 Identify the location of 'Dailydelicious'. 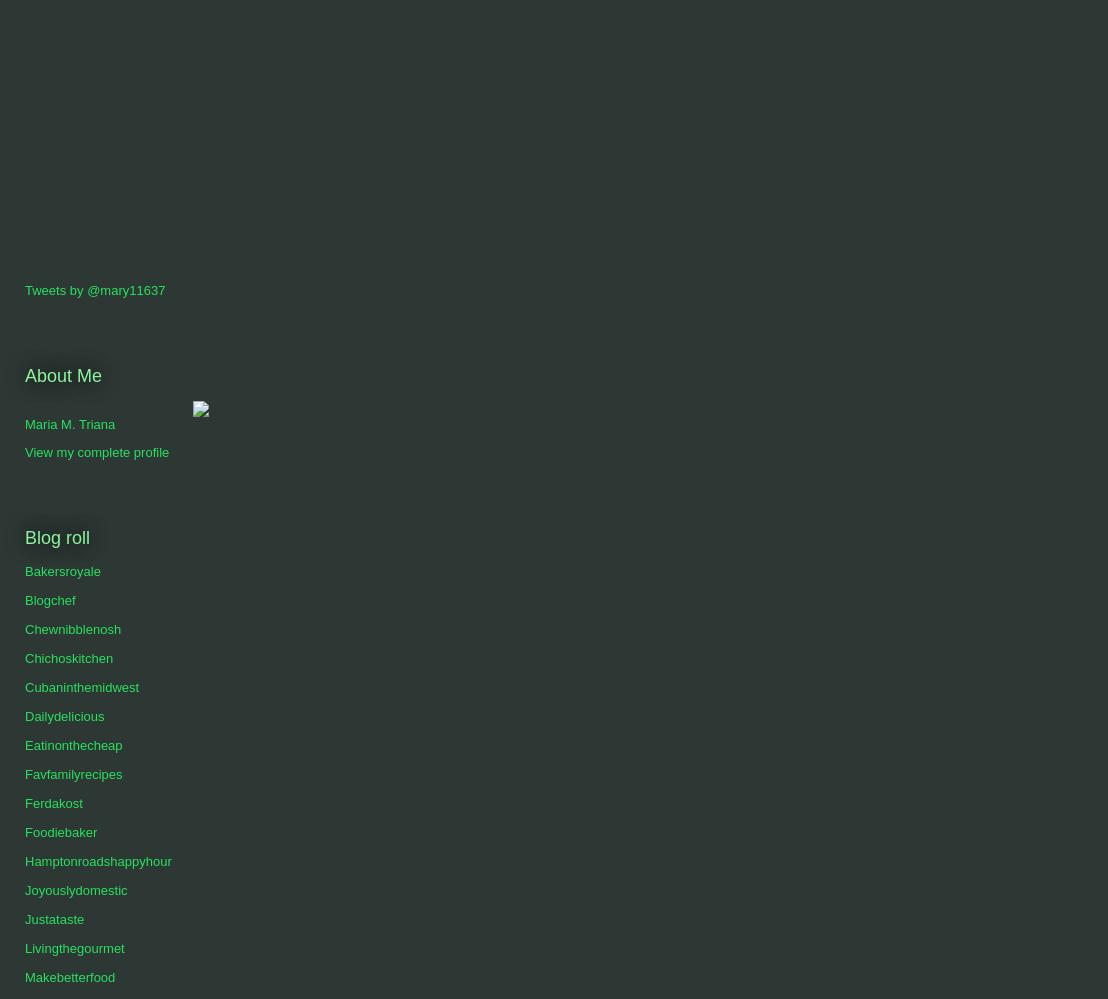
(63, 716).